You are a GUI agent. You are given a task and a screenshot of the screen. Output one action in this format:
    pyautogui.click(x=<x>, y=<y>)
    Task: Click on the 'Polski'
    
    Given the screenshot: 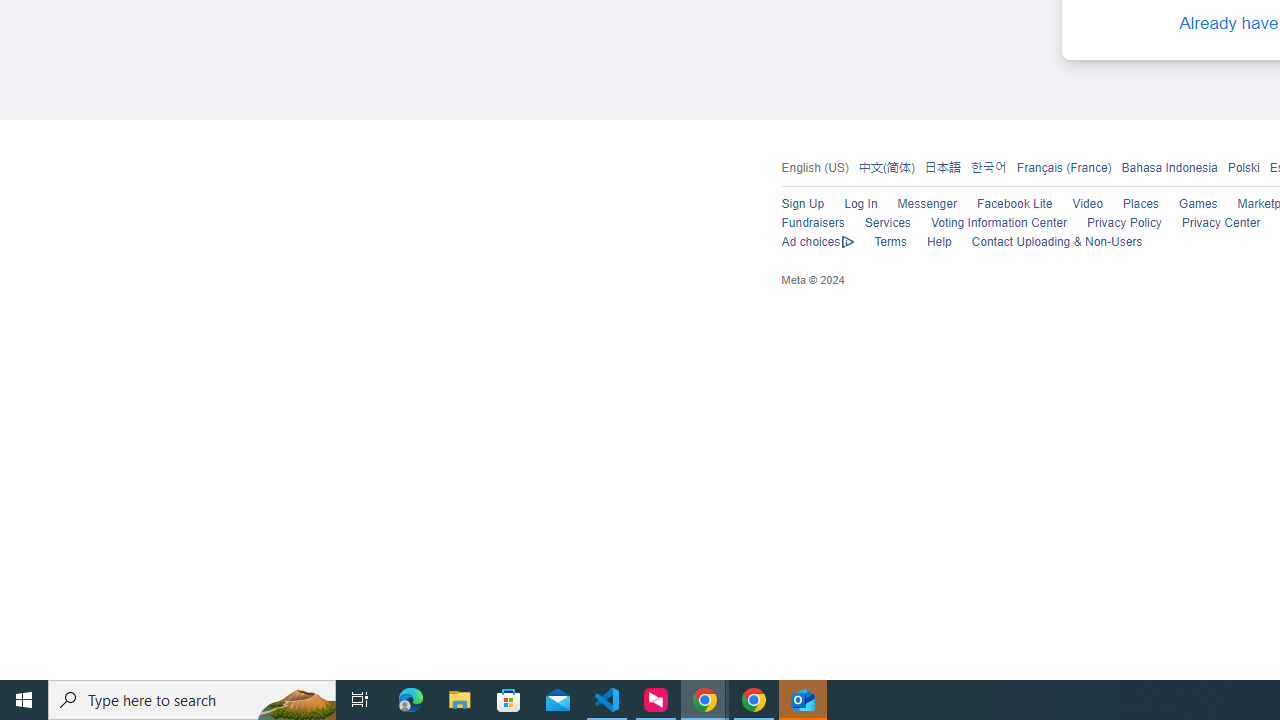 What is the action you would take?
    pyautogui.click(x=1242, y=166)
    